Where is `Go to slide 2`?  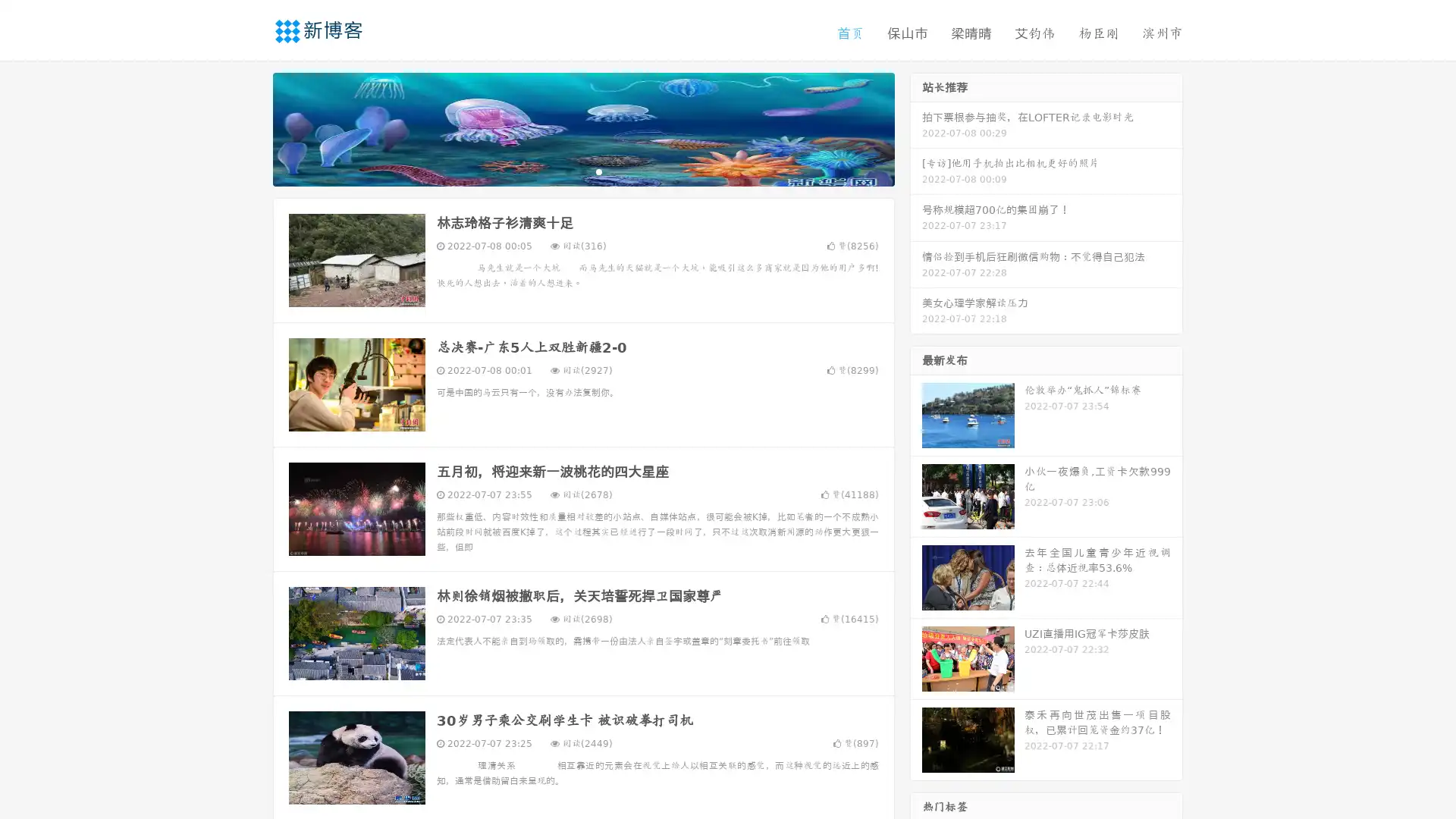
Go to slide 2 is located at coordinates (582, 171).